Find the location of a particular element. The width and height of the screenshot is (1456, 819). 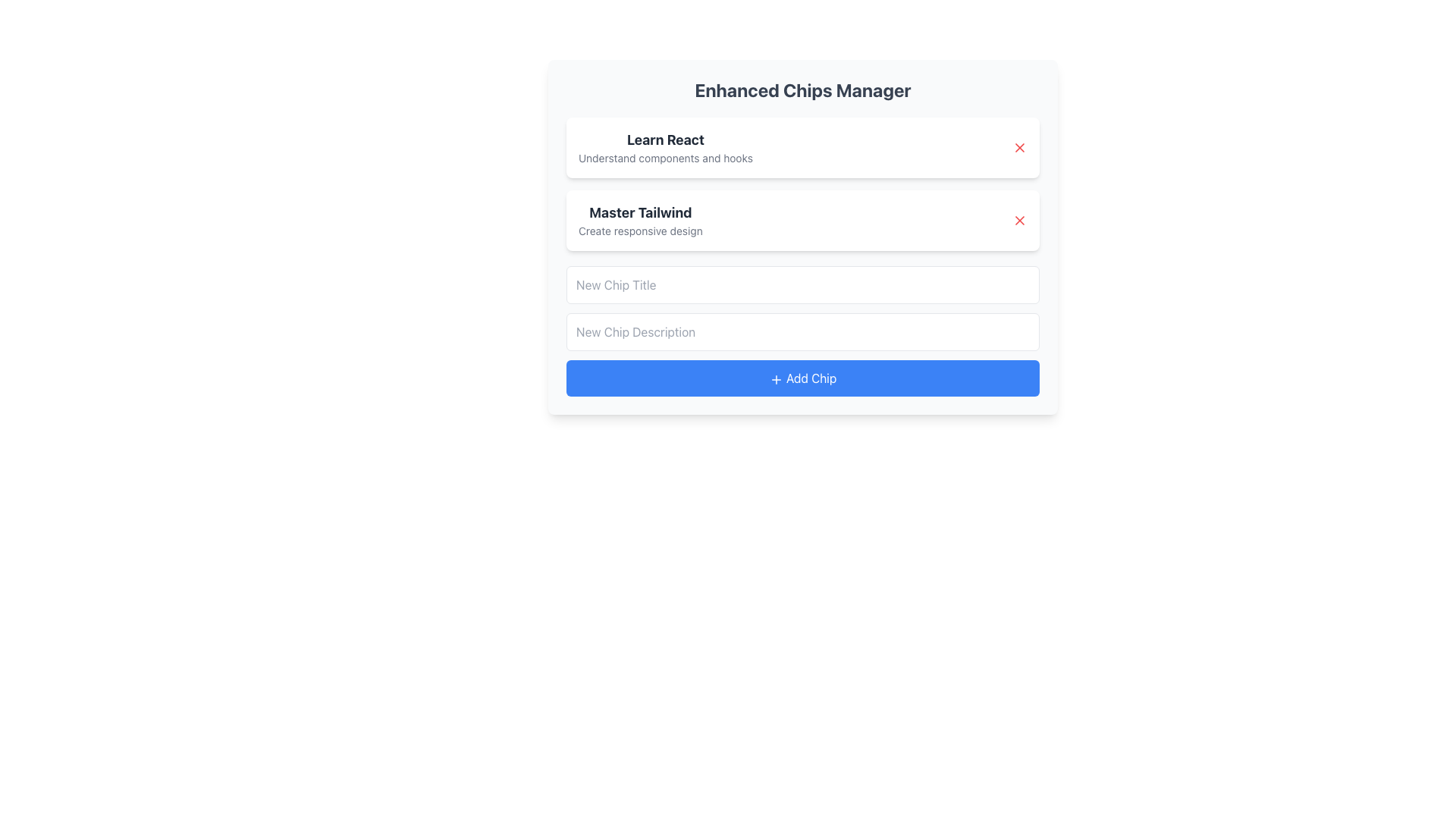

the Text Label element that serves as a heading for the group, summarizing the content with 'Learn React' is located at coordinates (666, 140).